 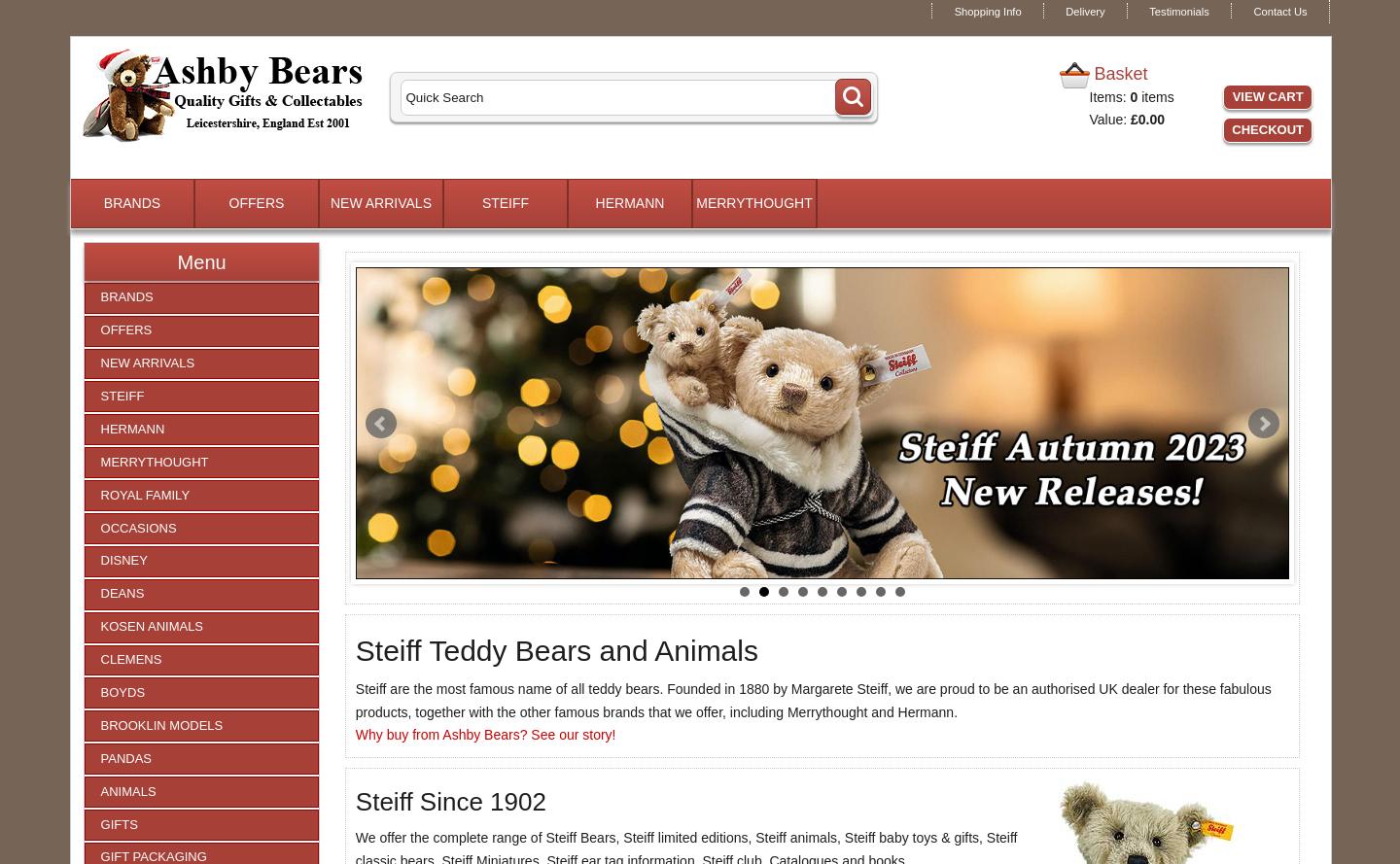 What do you see at coordinates (483, 734) in the screenshot?
I see `'Why buy from Ashby Bears? See our story!'` at bounding box center [483, 734].